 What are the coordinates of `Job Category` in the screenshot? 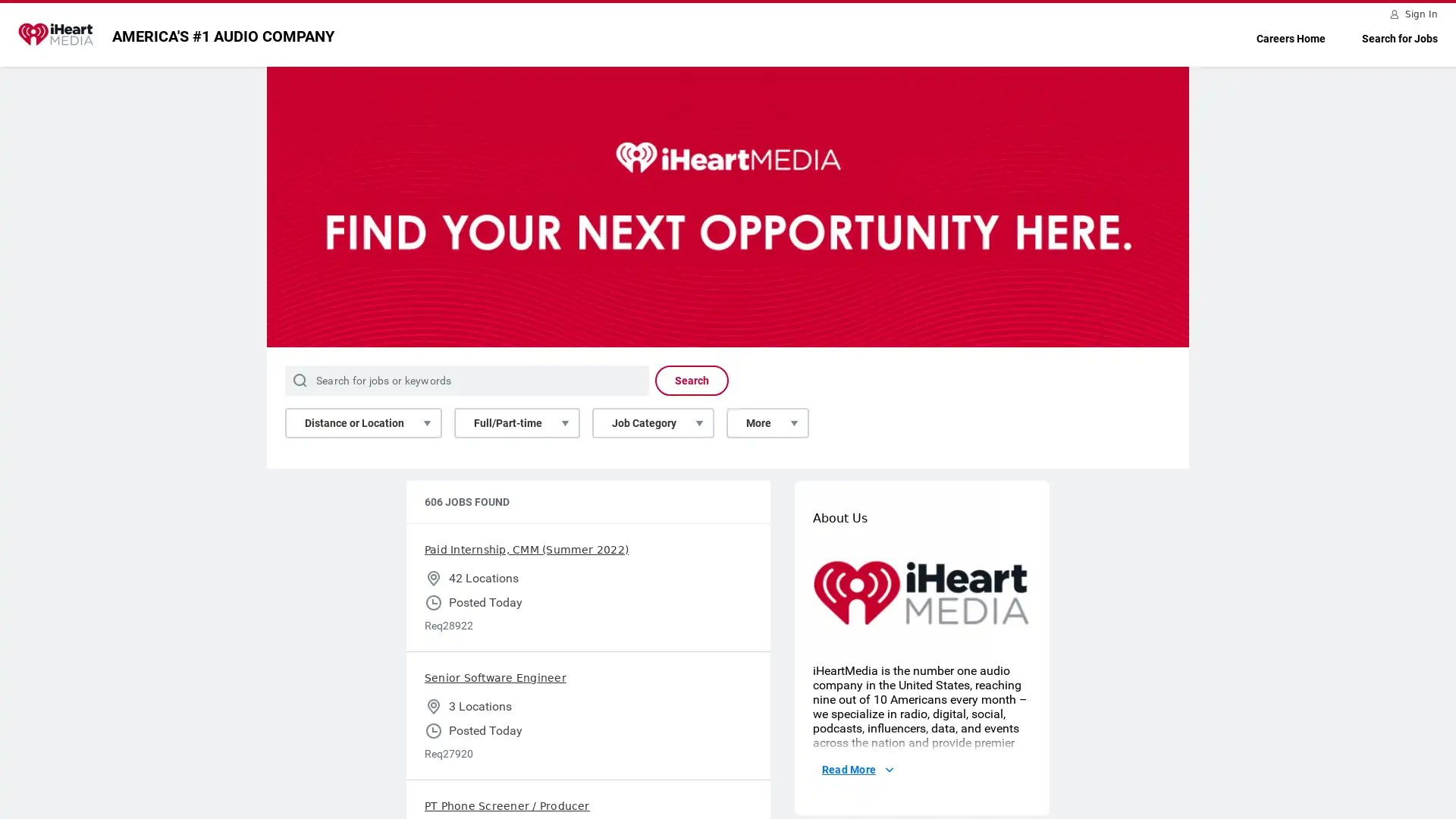 It's located at (653, 423).